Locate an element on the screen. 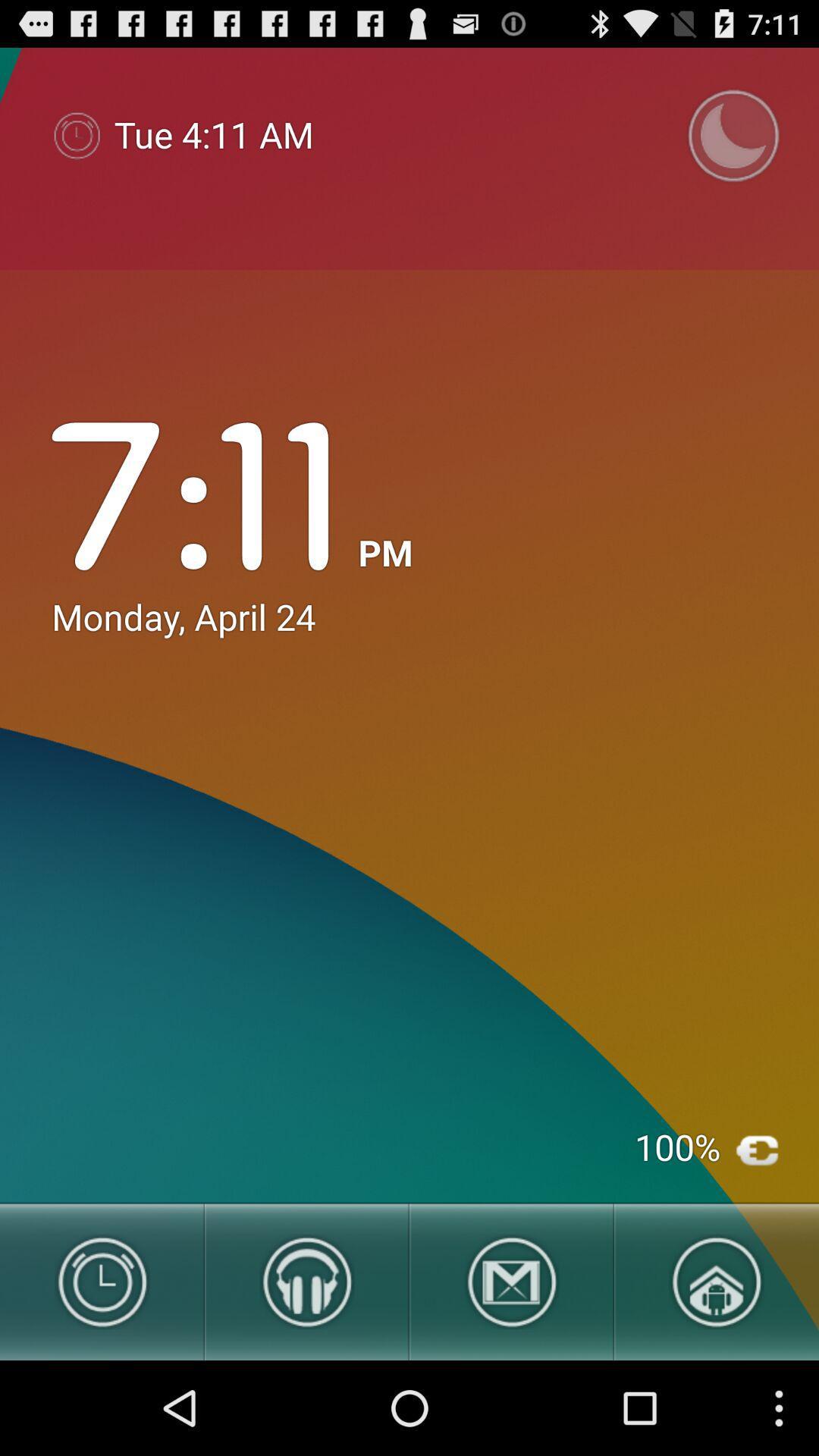 The height and width of the screenshot is (1456, 819). the button from the bottom right beside the mail box is located at coordinates (717, 1280).